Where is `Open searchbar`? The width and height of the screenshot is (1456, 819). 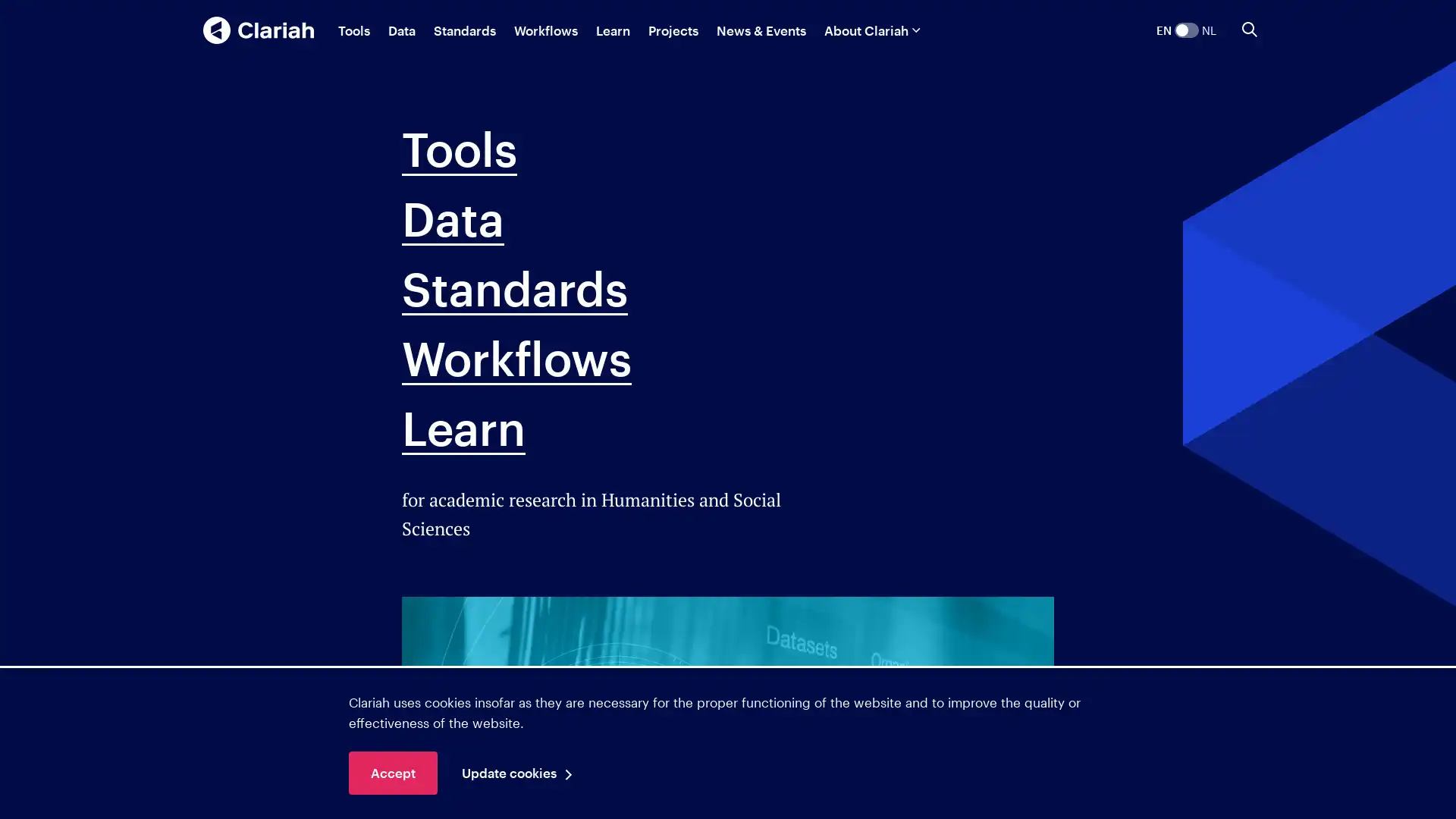 Open searchbar is located at coordinates (1249, 30).